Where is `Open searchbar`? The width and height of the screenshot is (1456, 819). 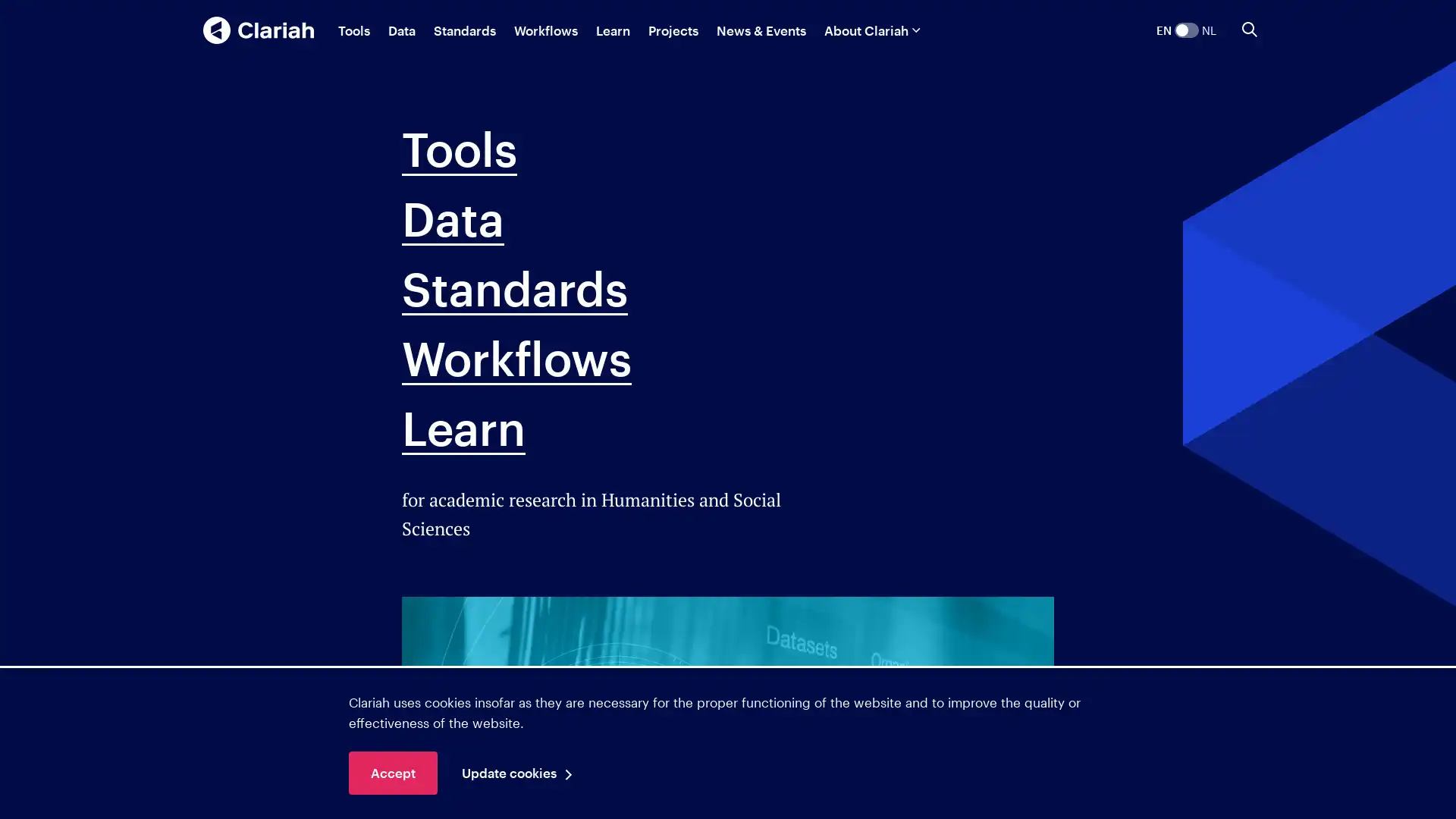 Open searchbar is located at coordinates (1249, 30).